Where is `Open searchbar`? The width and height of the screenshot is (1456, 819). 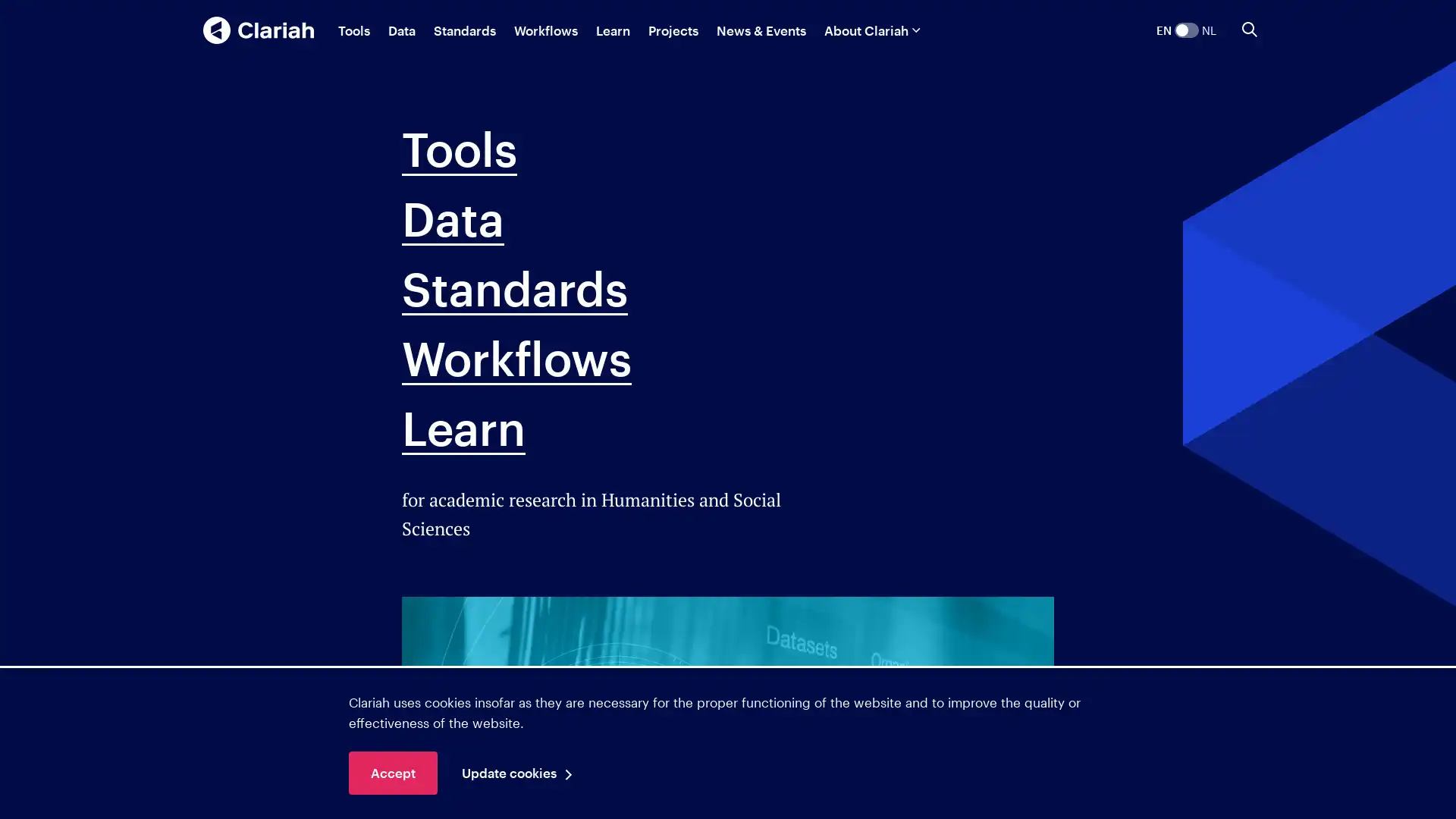 Open searchbar is located at coordinates (1249, 30).